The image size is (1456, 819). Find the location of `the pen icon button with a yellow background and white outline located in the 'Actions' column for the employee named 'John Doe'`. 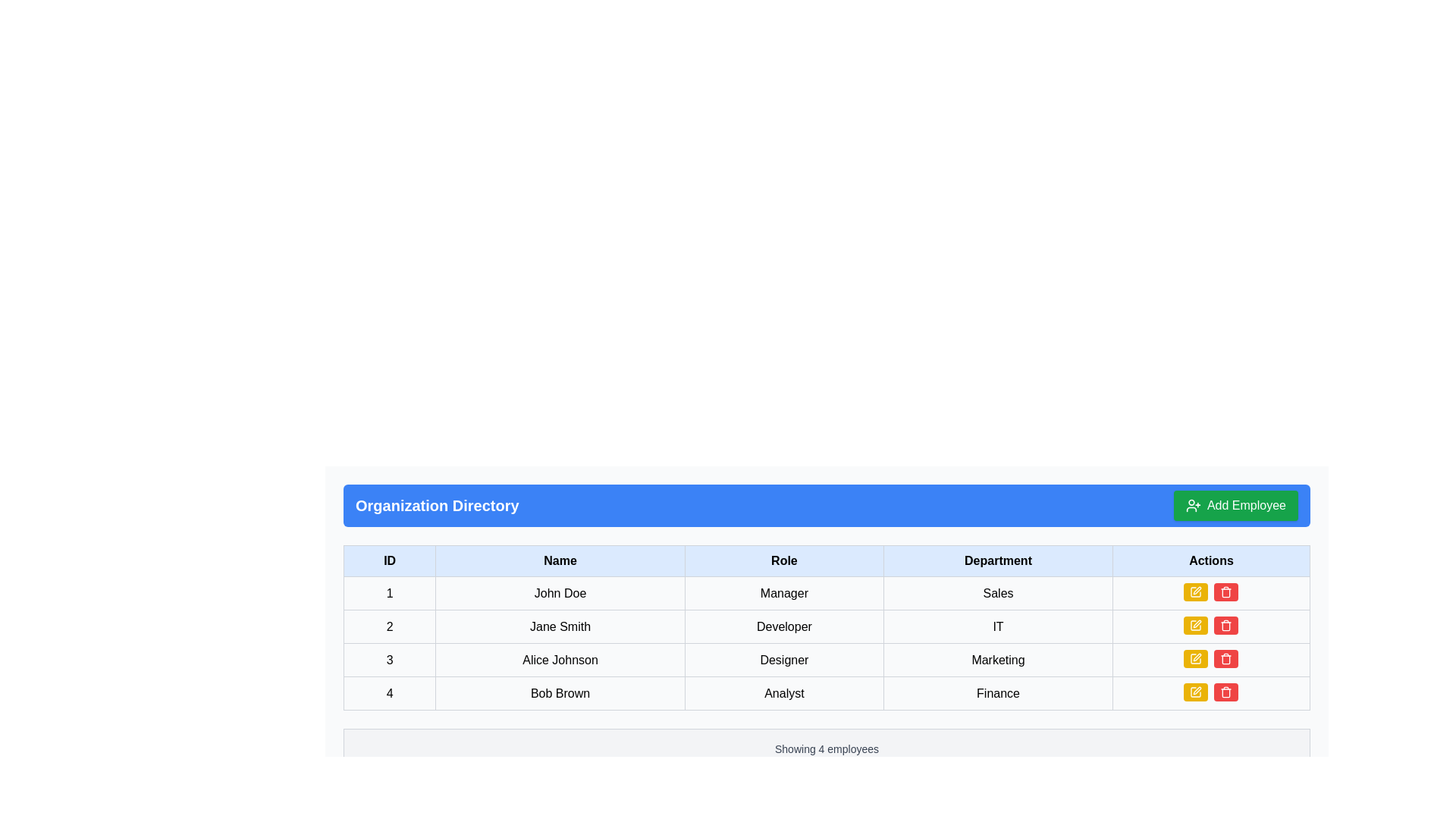

the pen icon button with a yellow background and white outline located in the 'Actions' column for the employee named 'John Doe' is located at coordinates (1195, 591).